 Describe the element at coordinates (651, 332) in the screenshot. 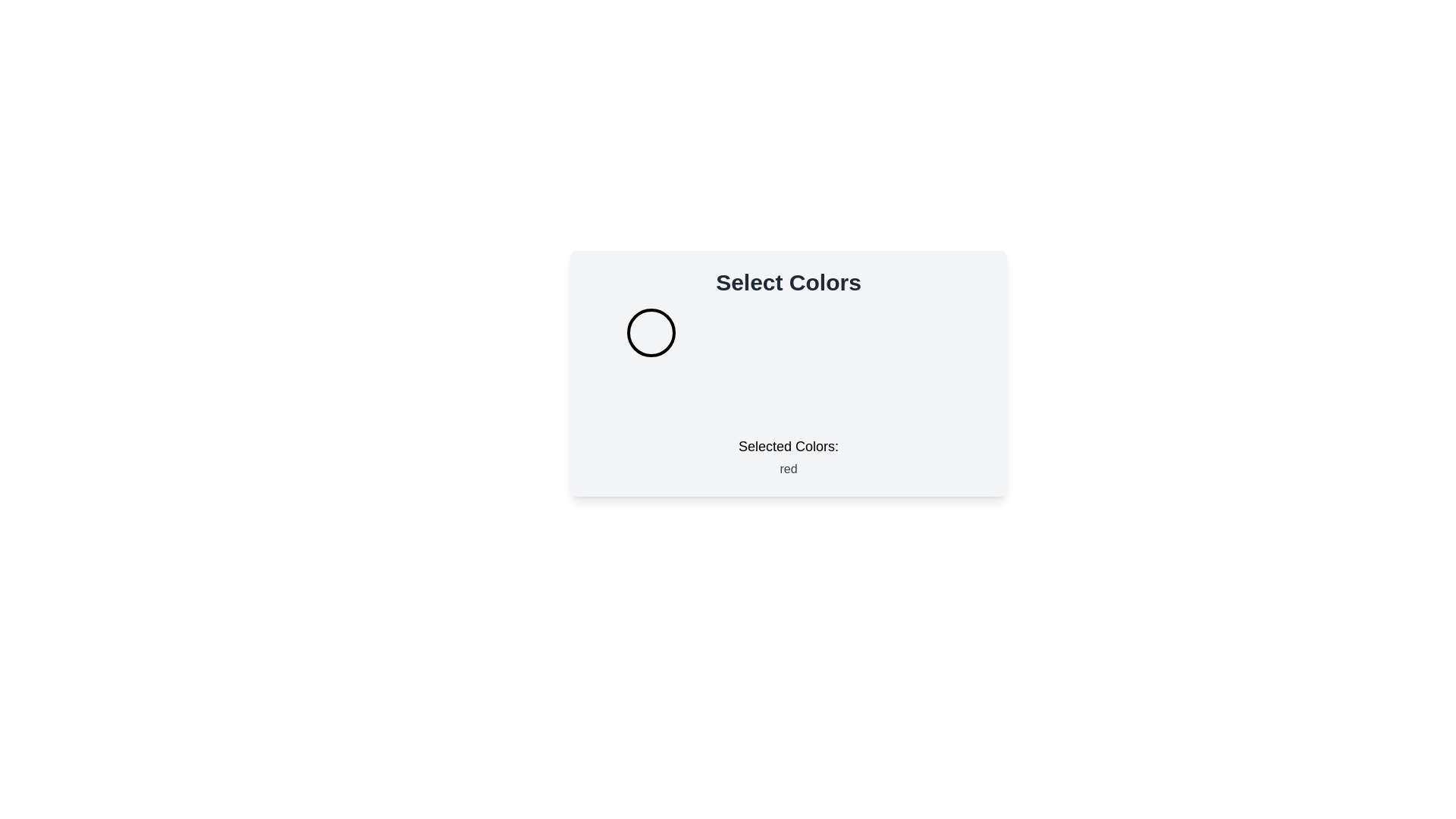

I see `the appearance of the circular button with a light gray background and thick black border, located under the 'Select Colors' title, for selection indication` at that location.